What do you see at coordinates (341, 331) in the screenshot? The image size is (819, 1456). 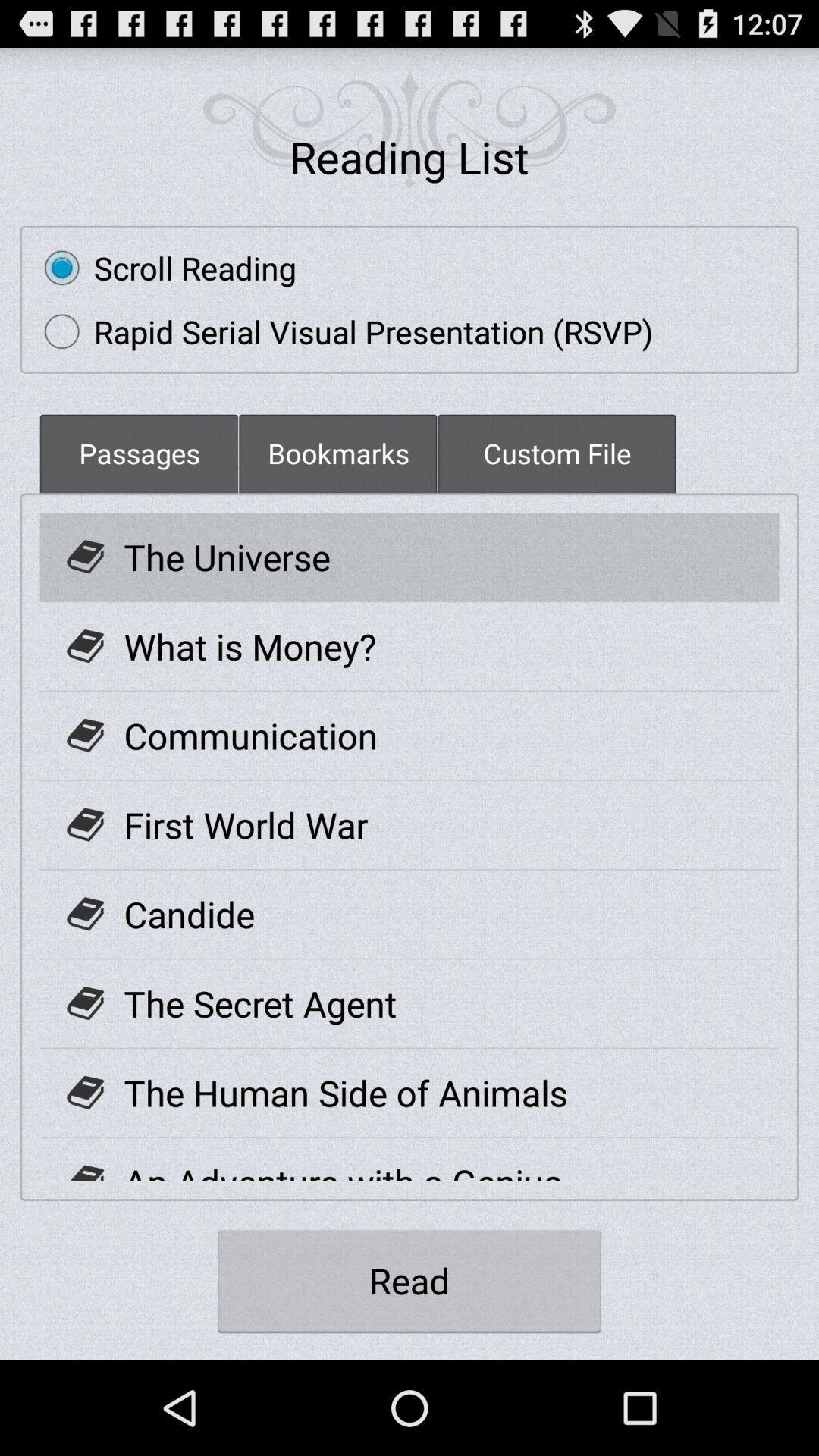 I see `item below scroll reading icon` at bounding box center [341, 331].